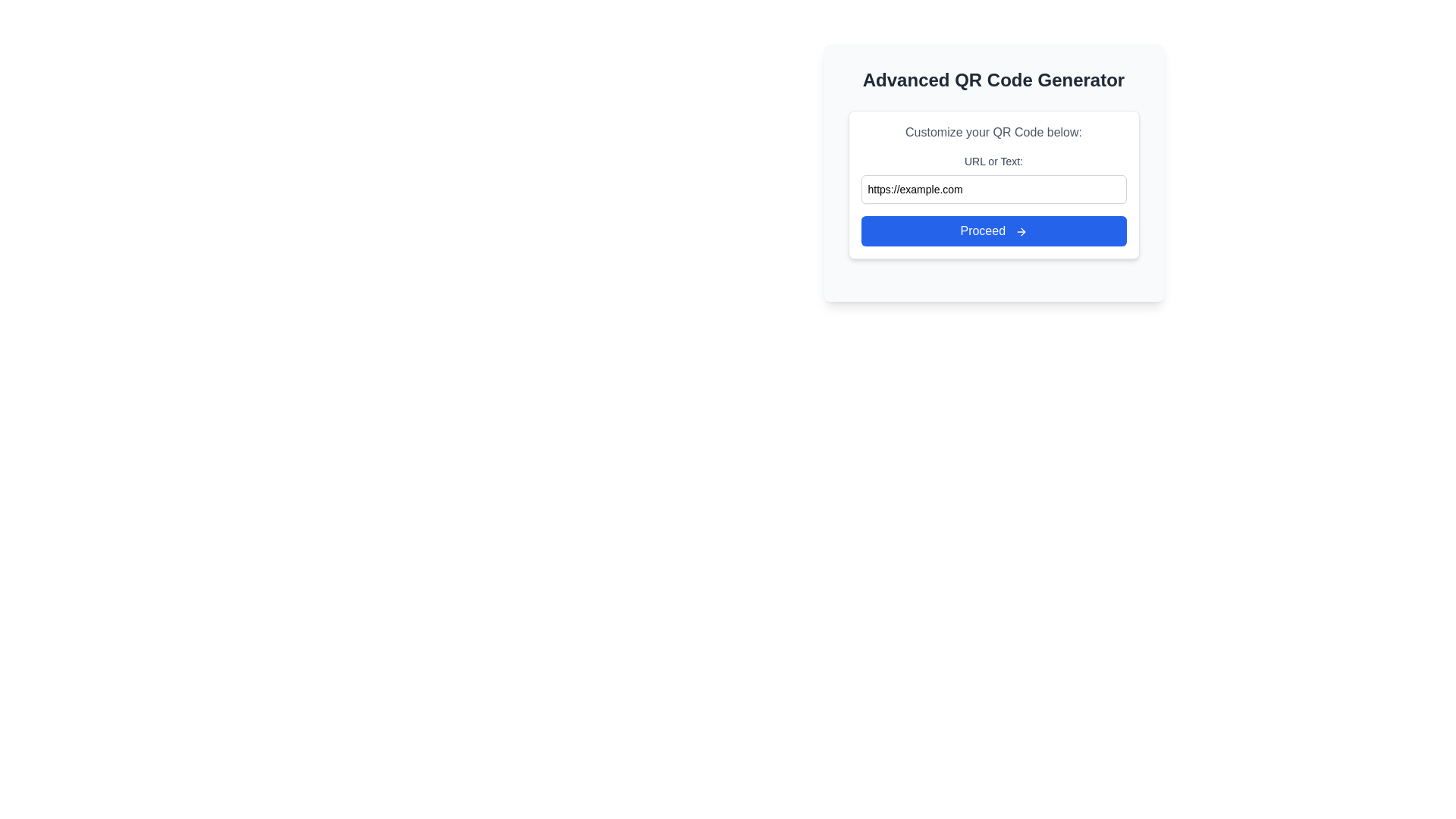  Describe the element at coordinates (1021, 231) in the screenshot. I see `the arrow icon located to the right of the 'Proceed' text on the blue button at the lower portion of the central white card interface` at that location.